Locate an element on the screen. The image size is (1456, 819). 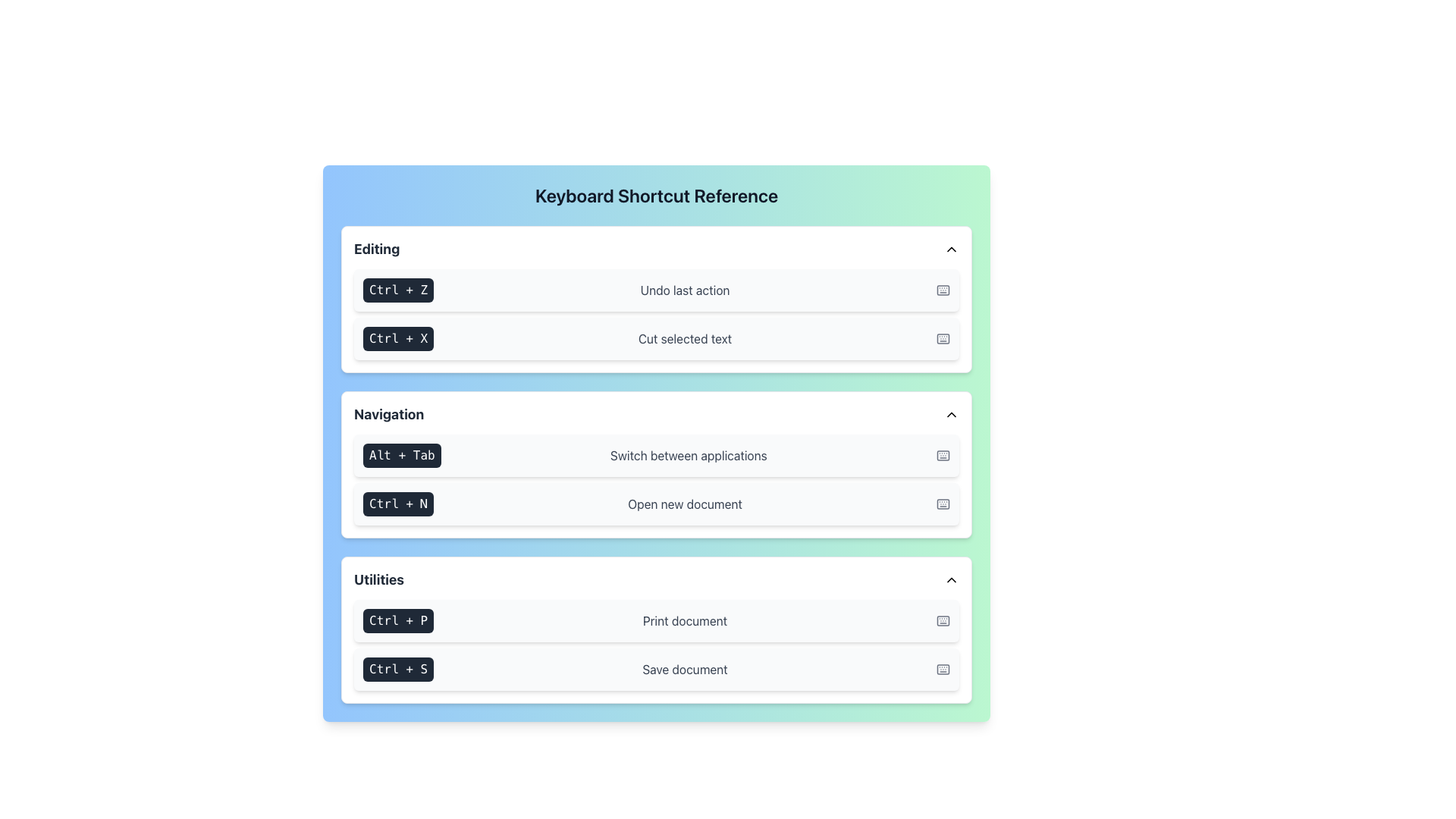
the descriptive text 'Undo last action' in the Informational display row under the 'Editing' section is located at coordinates (656, 290).